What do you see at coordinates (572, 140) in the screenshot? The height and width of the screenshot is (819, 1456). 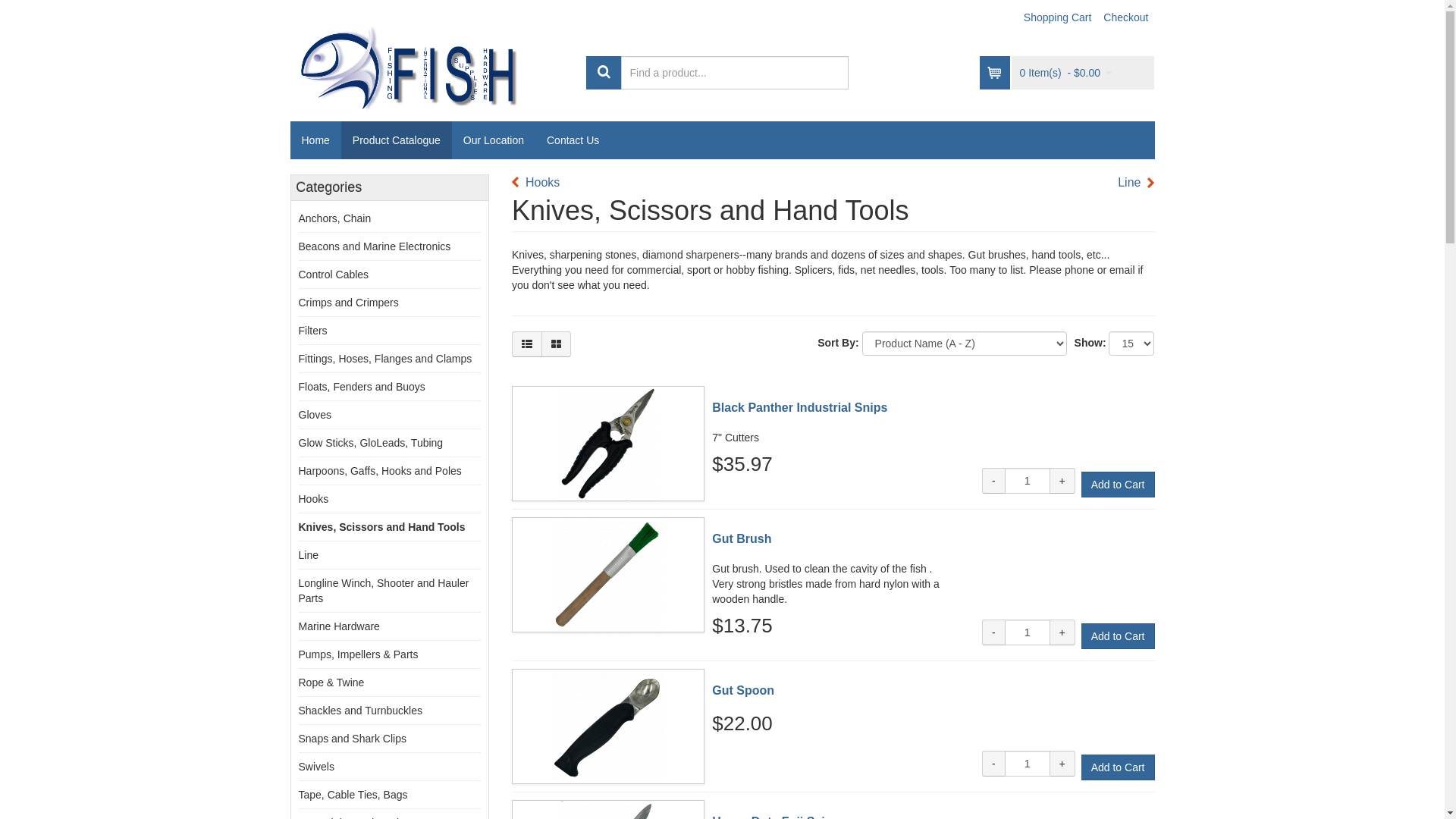 I see `'Contact Us'` at bounding box center [572, 140].